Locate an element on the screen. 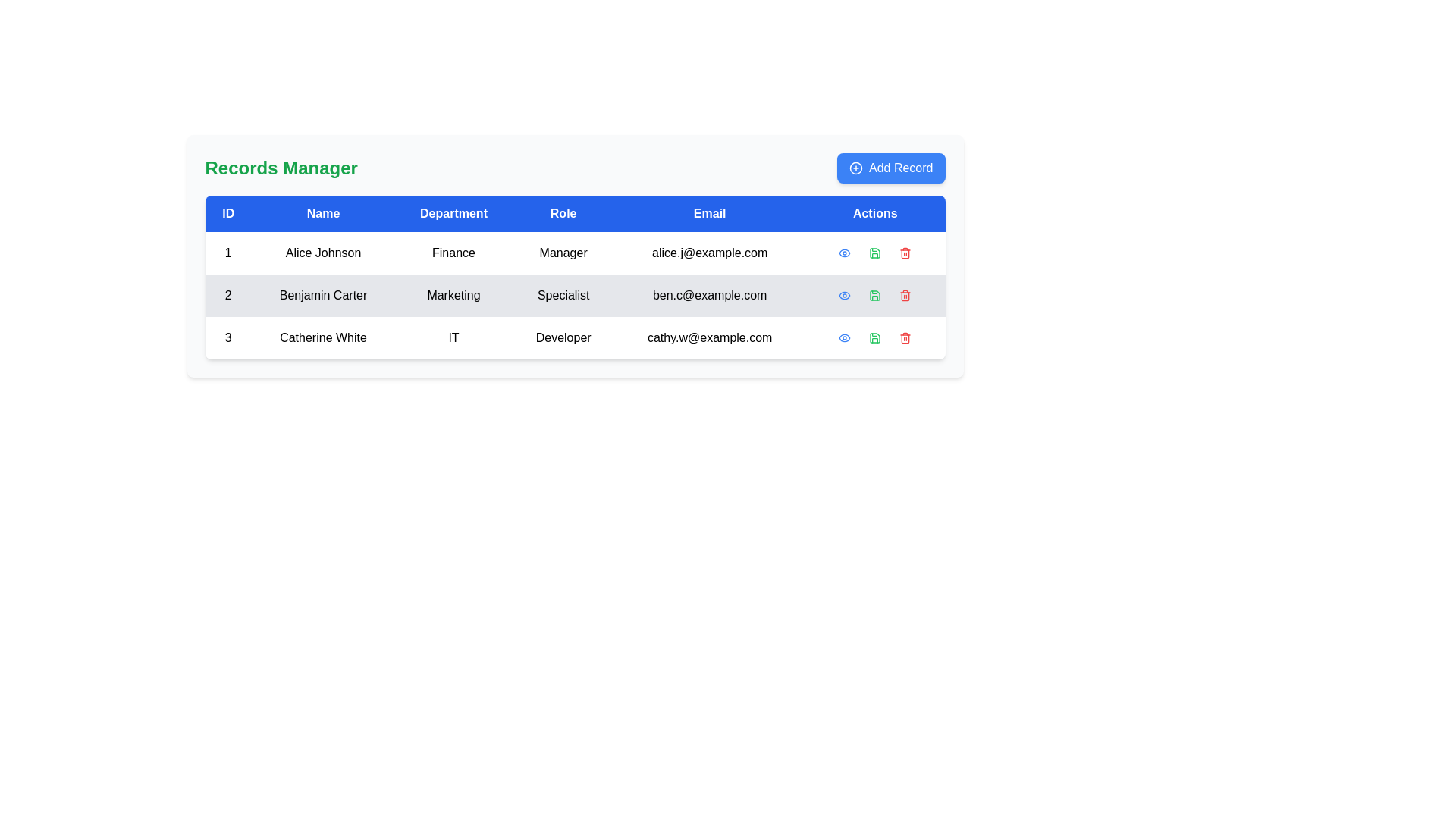 The image size is (1456, 819). the table cell displaying the department of the individual in the third row and third column, located between 'Catherine White' and 'Developer' is located at coordinates (453, 337).